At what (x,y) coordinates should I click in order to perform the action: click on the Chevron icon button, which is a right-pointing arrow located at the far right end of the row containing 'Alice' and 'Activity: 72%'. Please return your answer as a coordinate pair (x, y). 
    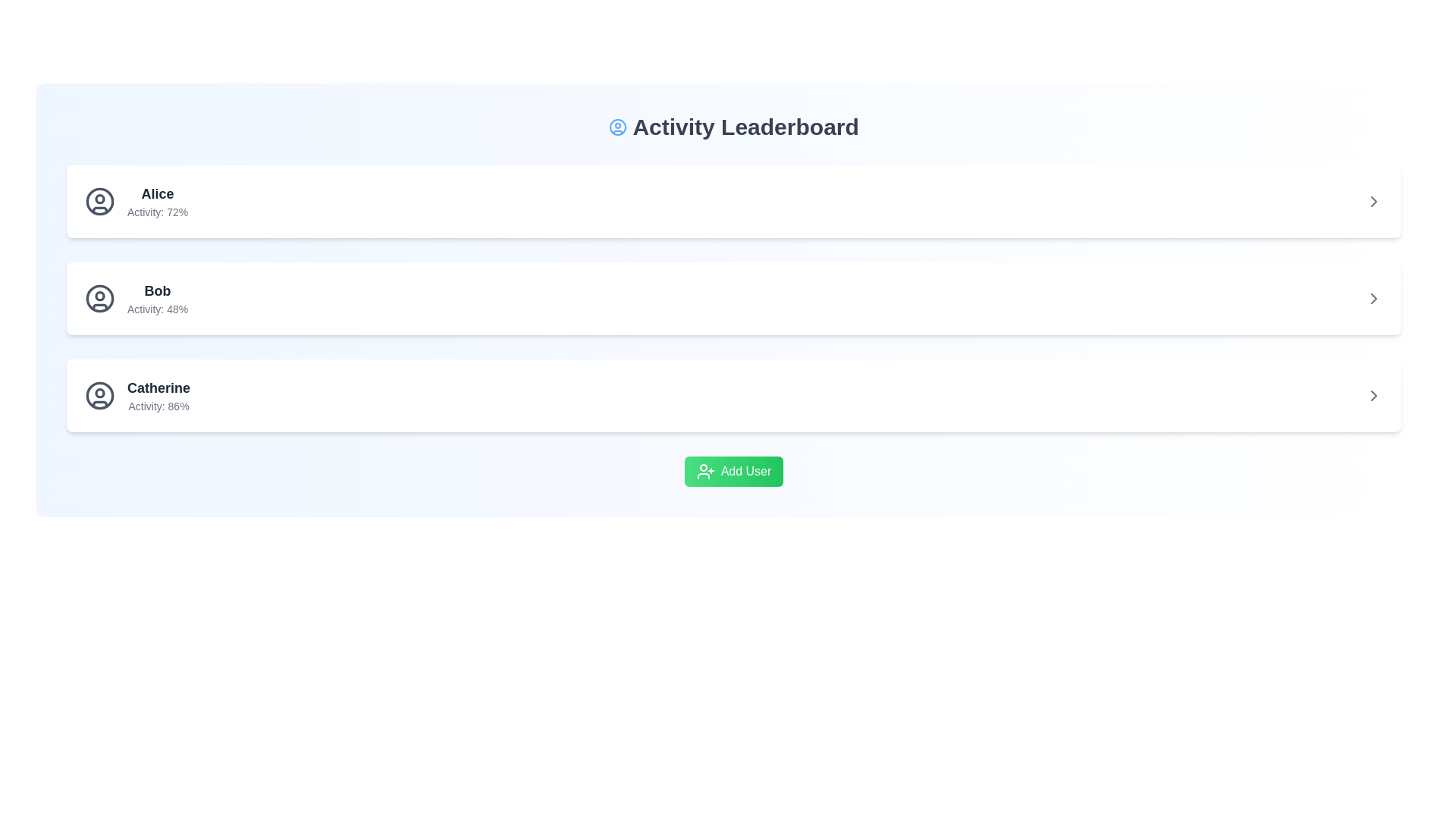
    Looking at the image, I should click on (1373, 201).